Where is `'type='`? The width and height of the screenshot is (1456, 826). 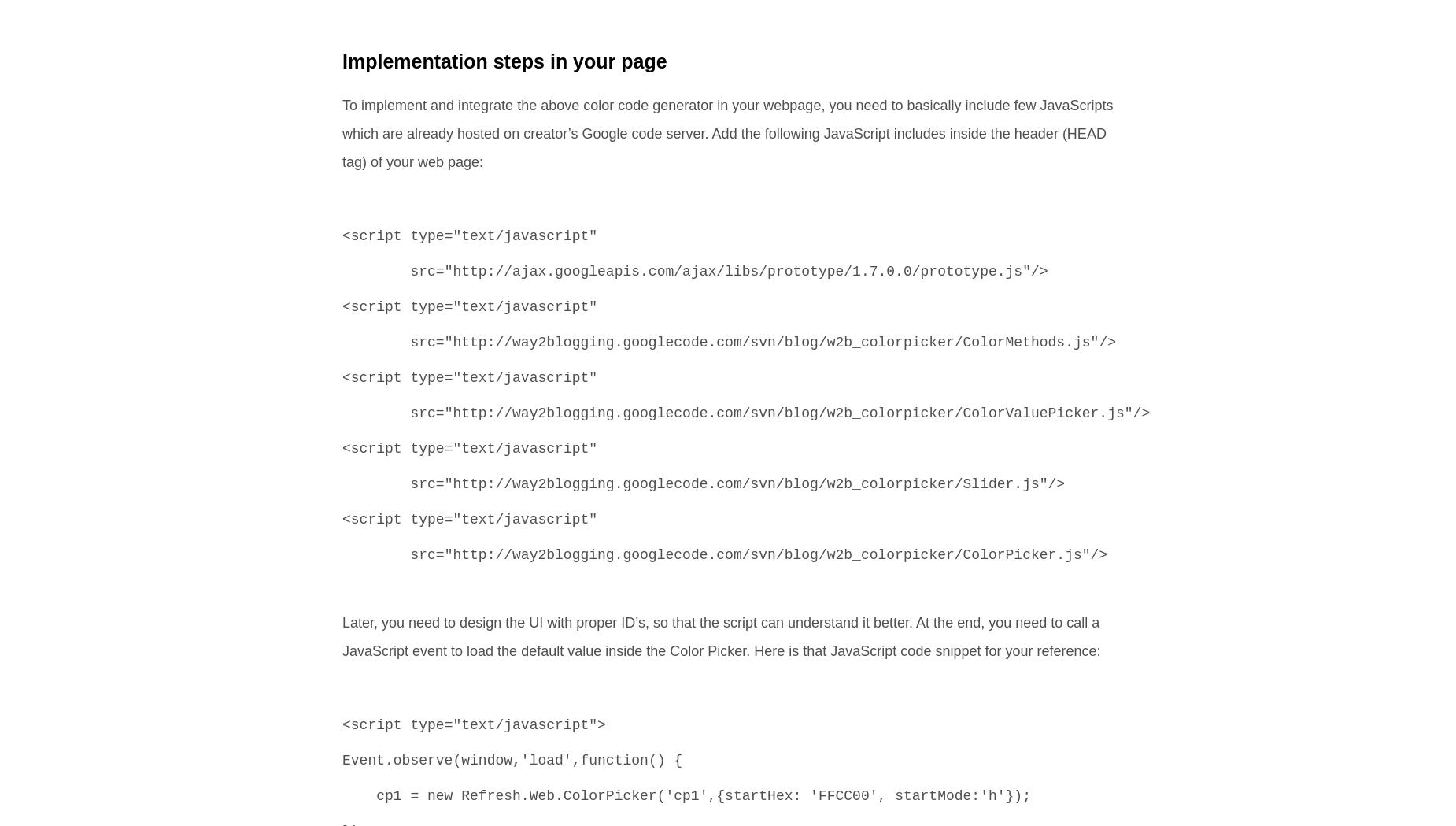 'type=' is located at coordinates (427, 724).